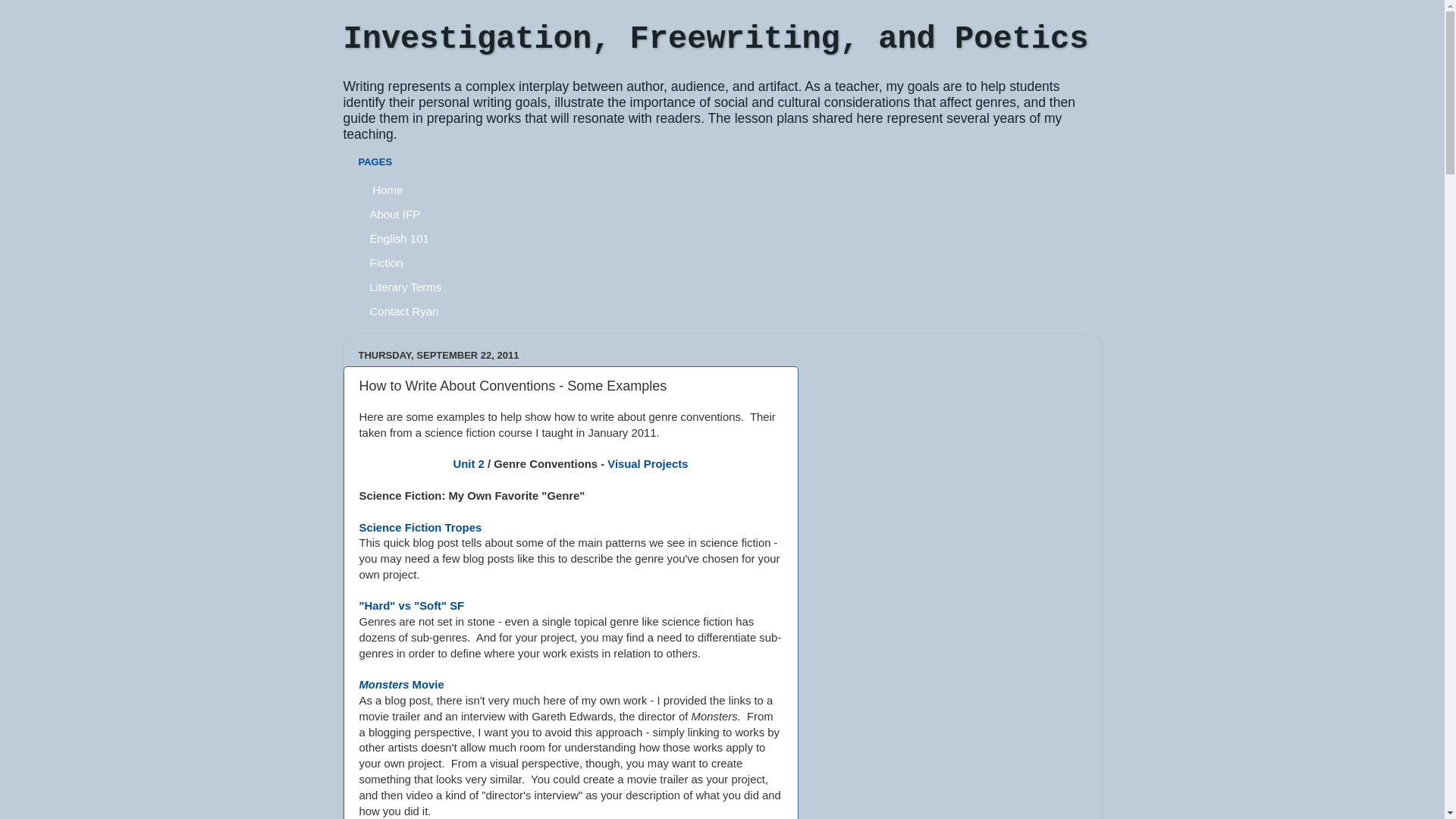 The width and height of the screenshot is (1456, 819). What do you see at coordinates (341, 38) in the screenshot?
I see `'Investigation, Freewriting, and Poetics'` at bounding box center [341, 38].